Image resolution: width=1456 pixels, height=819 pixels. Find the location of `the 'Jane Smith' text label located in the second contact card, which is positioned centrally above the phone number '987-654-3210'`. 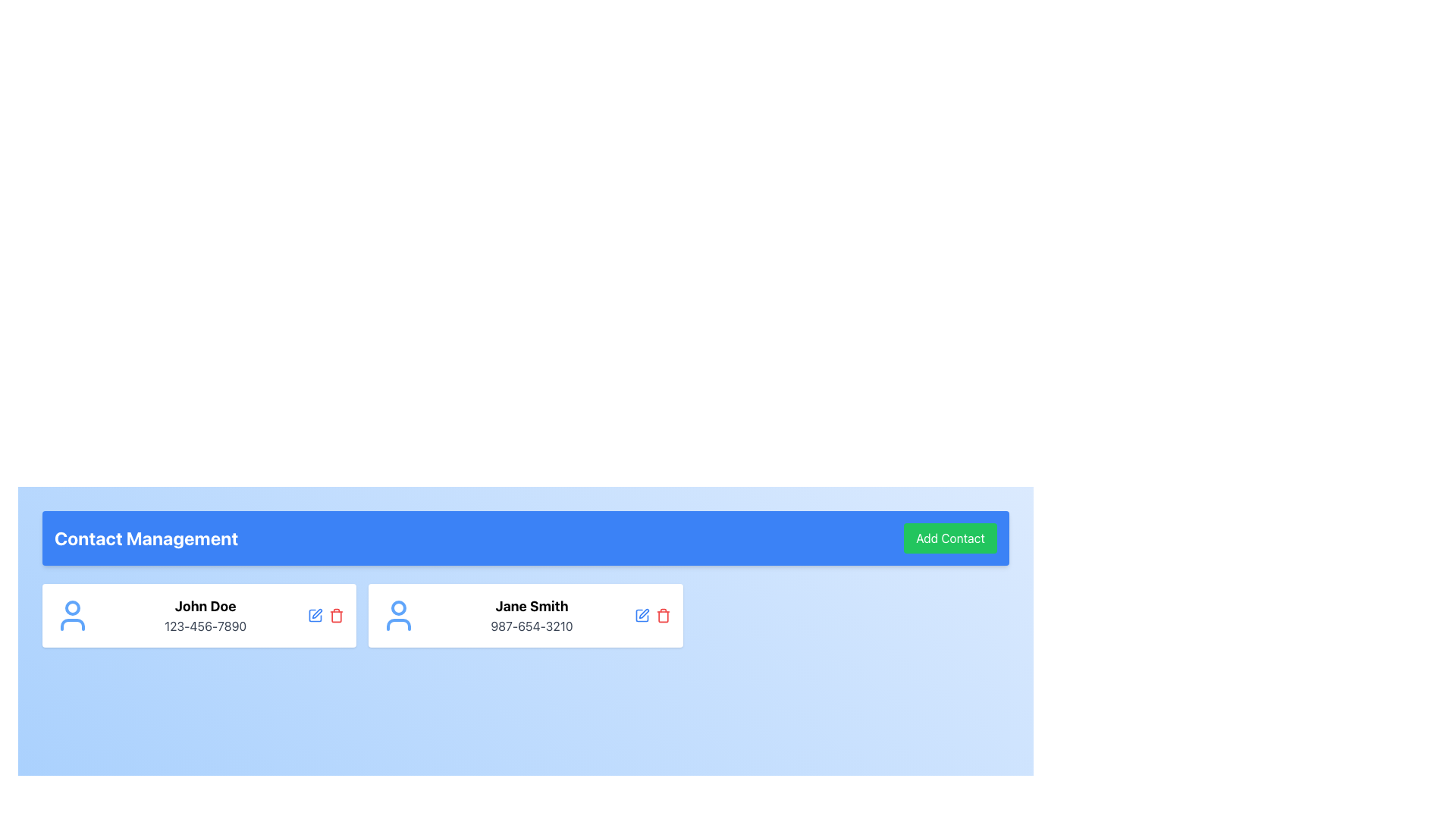

the 'Jane Smith' text label located in the second contact card, which is positioned centrally above the phone number '987-654-3210' is located at coordinates (532, 605).